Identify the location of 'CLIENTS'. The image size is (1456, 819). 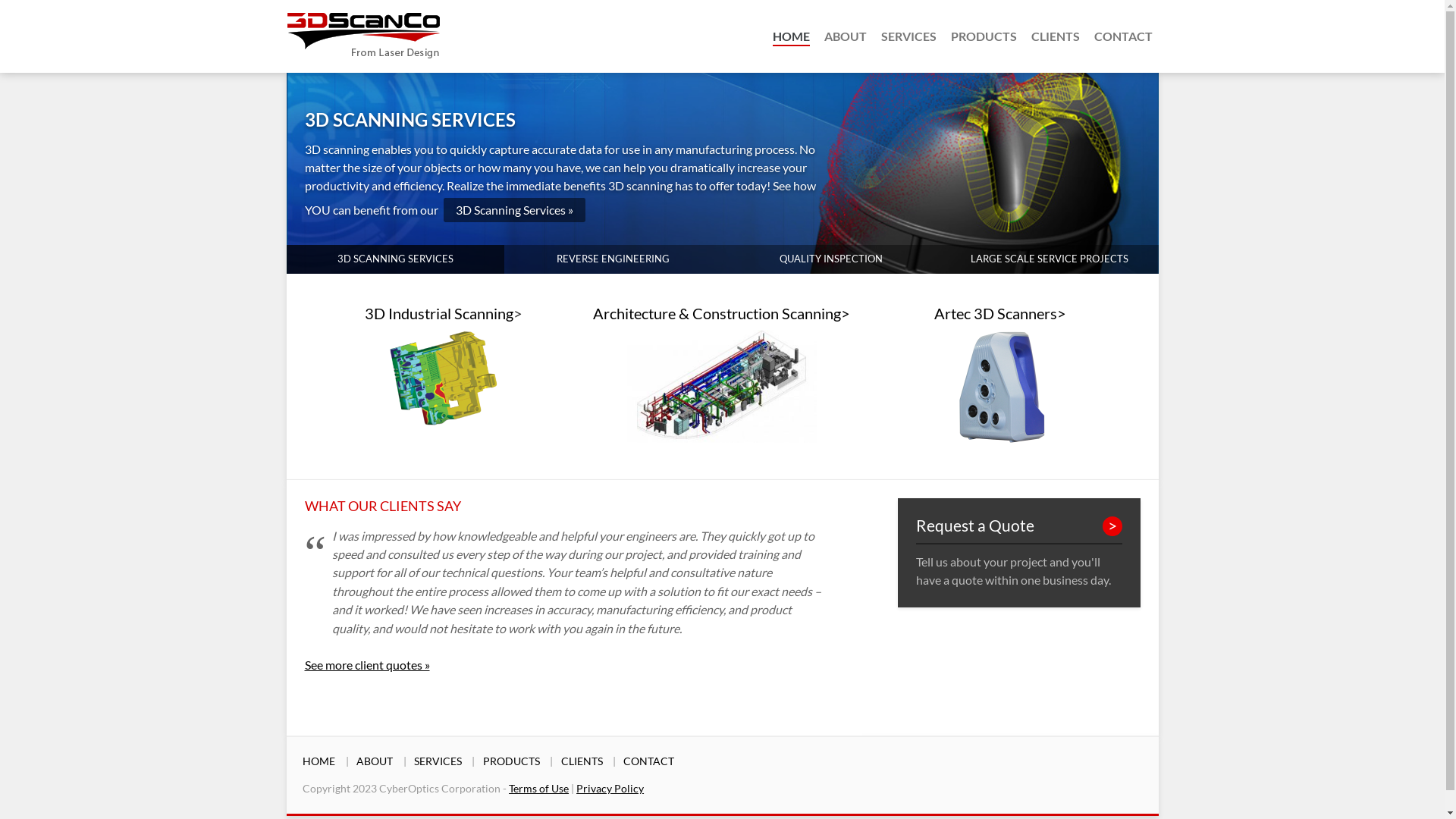
(581, 761).